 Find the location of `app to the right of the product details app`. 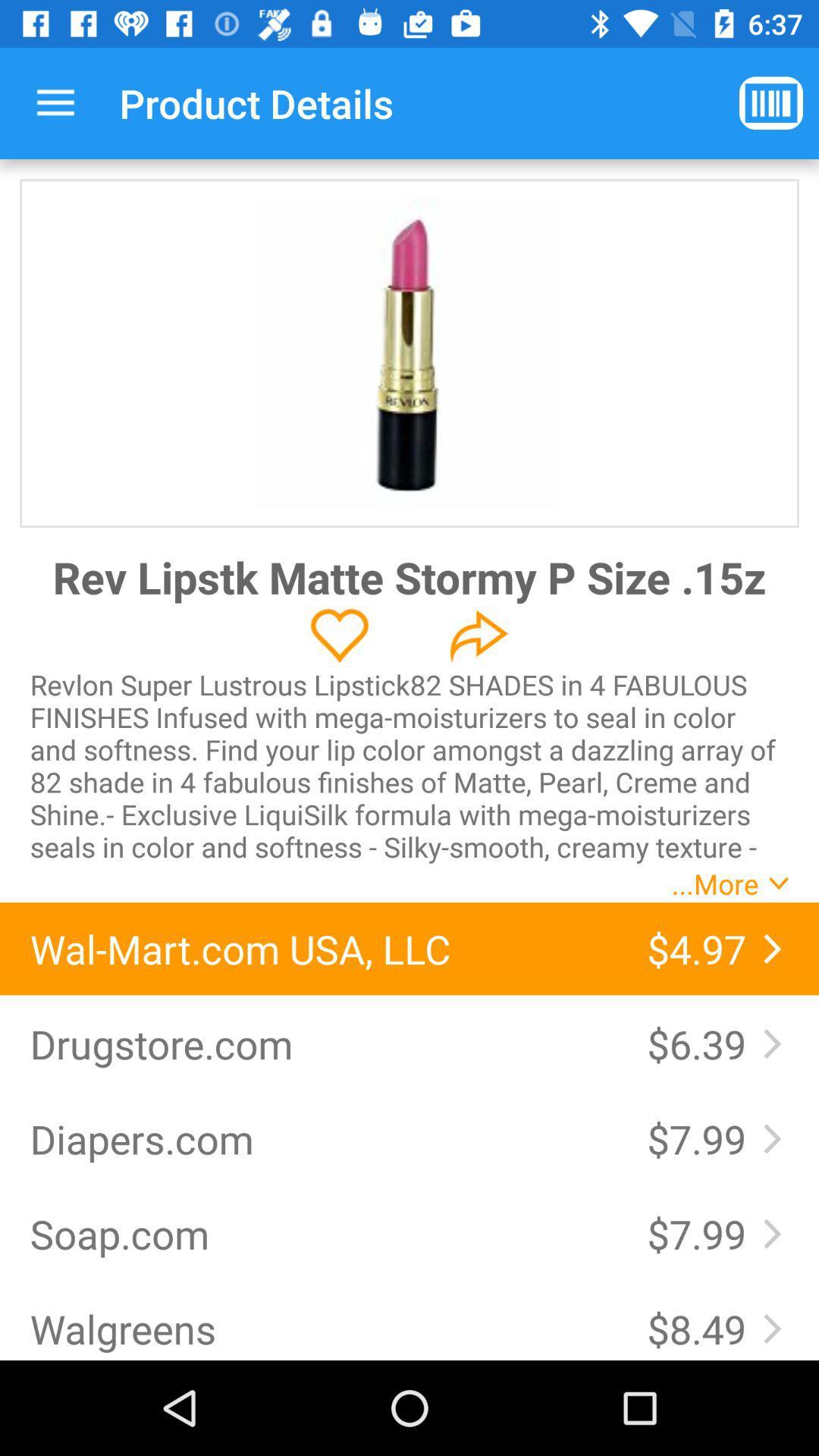

app to the right of the product details app is located at coordinates (771, 102).